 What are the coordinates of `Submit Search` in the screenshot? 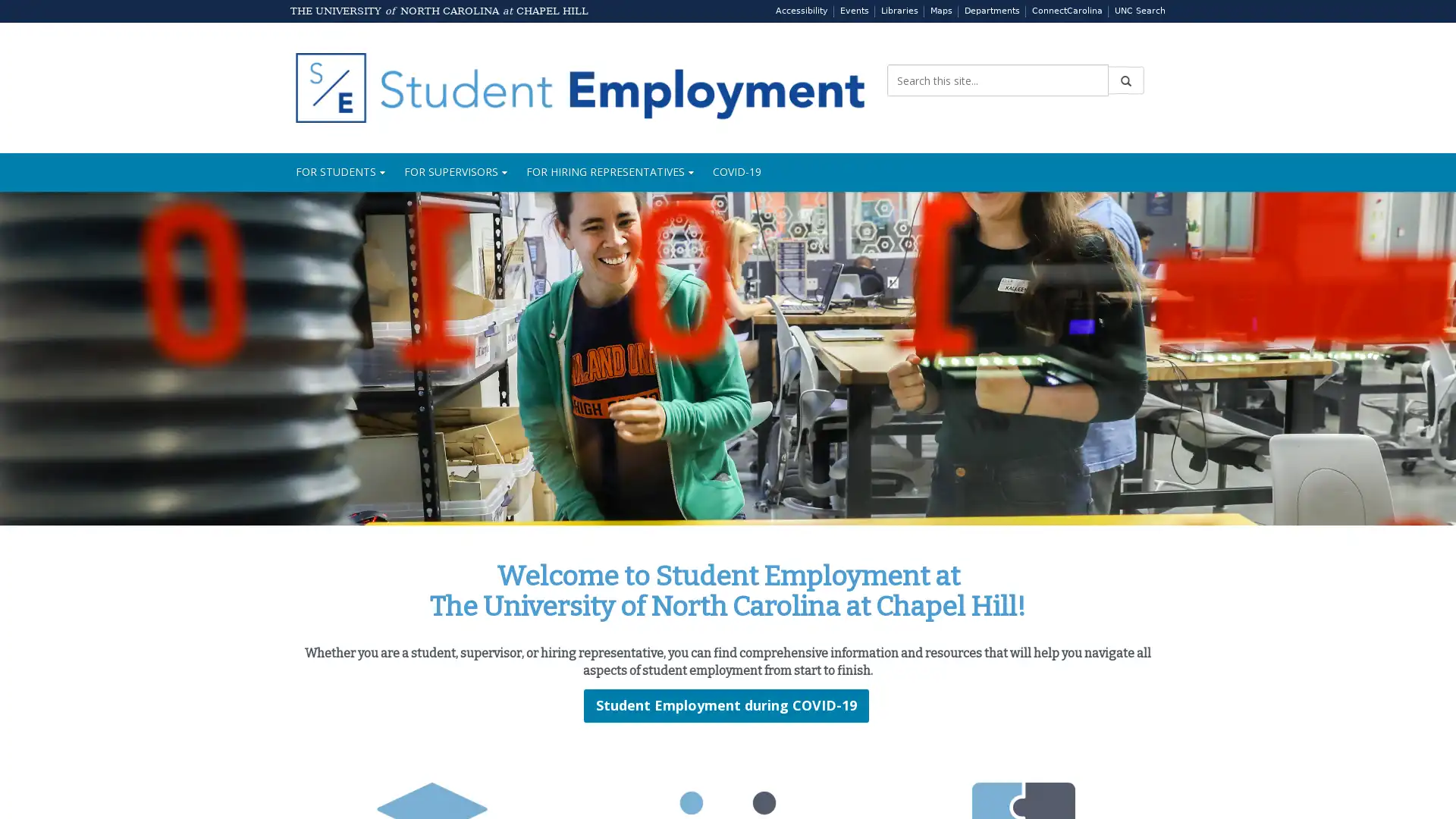 It's located at (1125, 80).